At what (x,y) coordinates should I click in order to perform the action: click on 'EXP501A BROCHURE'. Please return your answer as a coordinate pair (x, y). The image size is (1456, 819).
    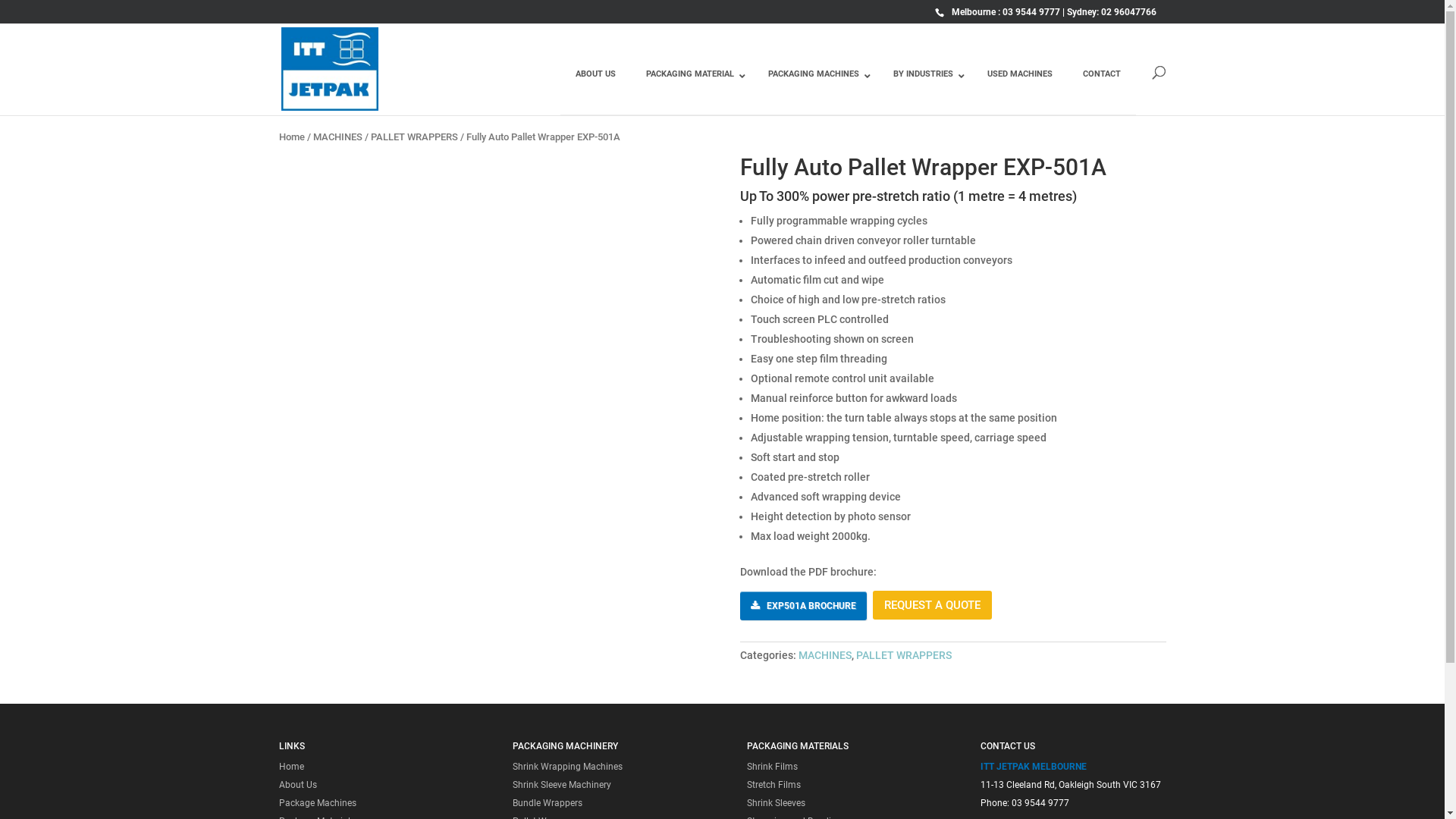
    Looking at the image, I should click on (802, 604).